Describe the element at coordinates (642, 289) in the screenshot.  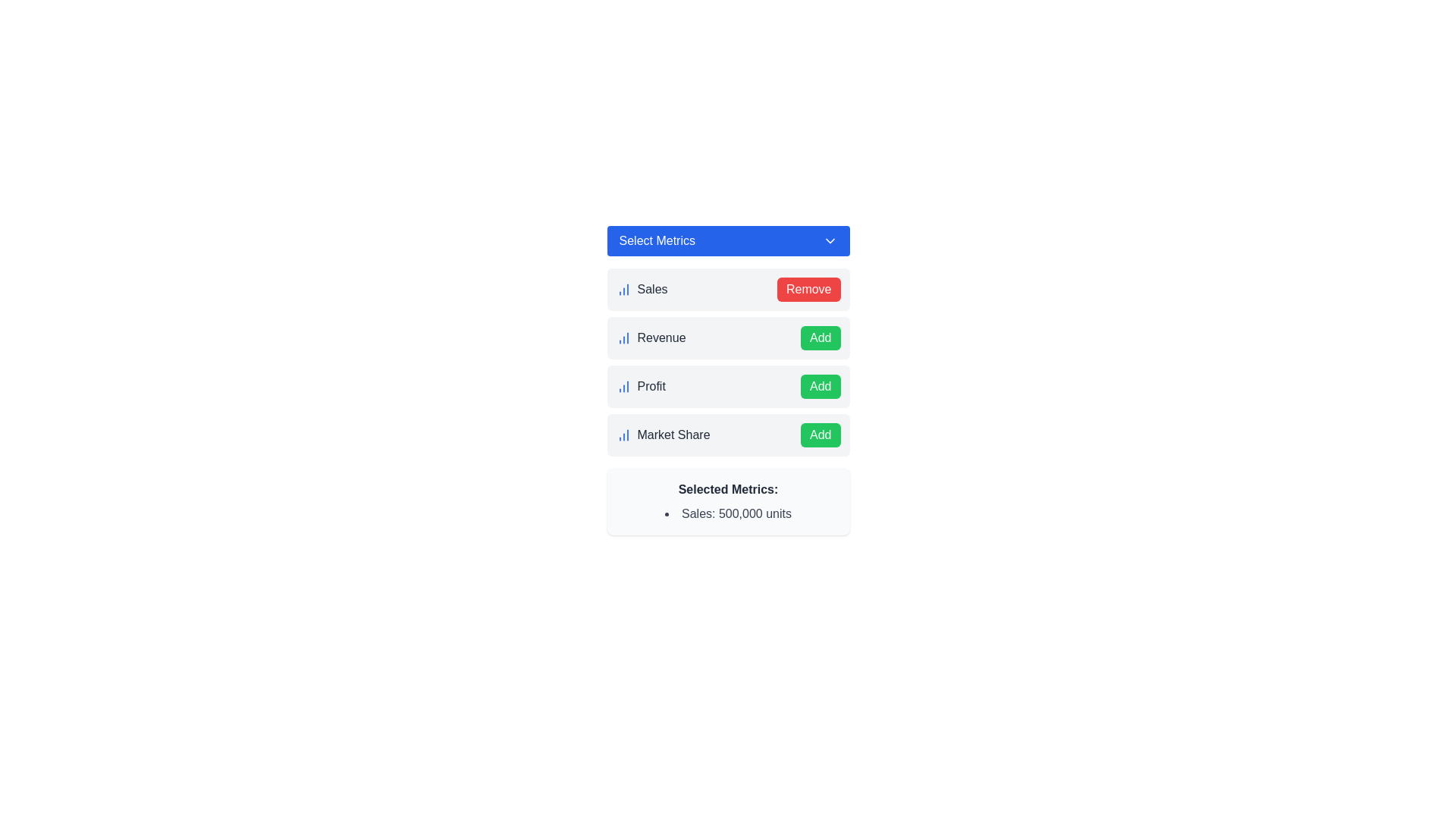
I see `the 'Sales' label, which identifies a metric and is located to the left of the 'Remove' button and above the 'Revenue' label` at that location.